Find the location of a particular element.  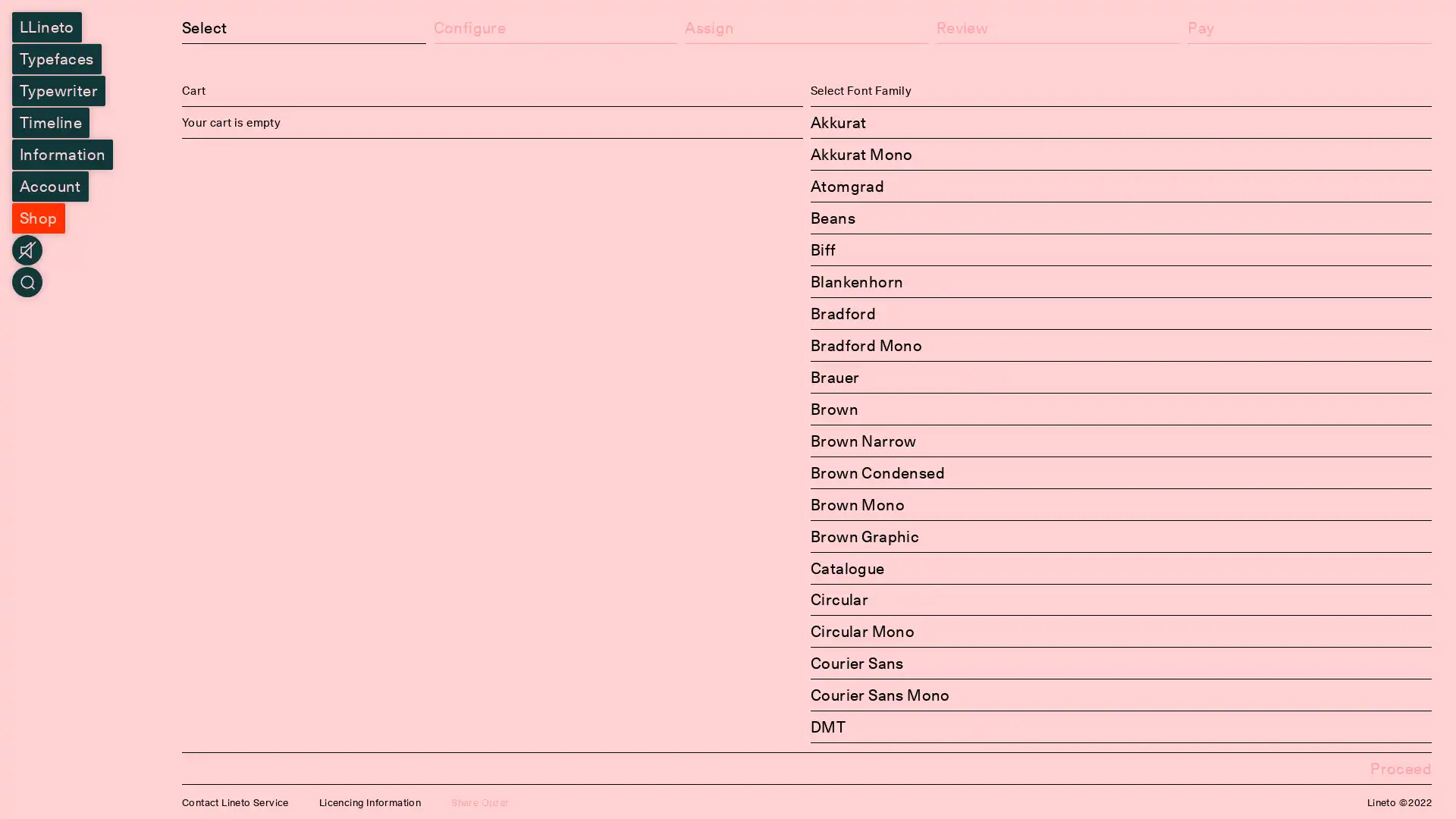

Review is located at coordinates (1057, 28).